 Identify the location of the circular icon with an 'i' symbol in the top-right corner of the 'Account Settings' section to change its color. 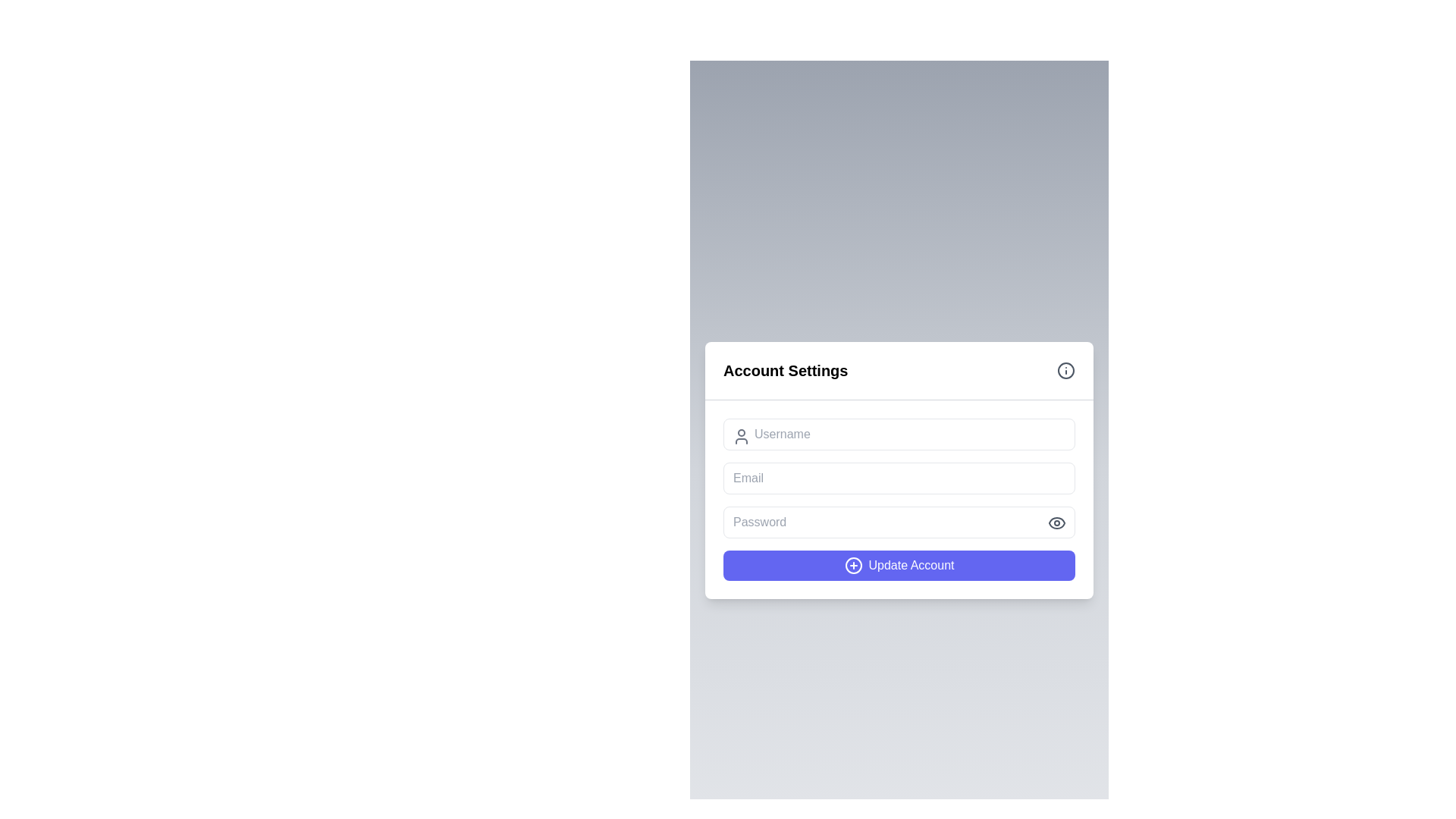
(1065, 370).